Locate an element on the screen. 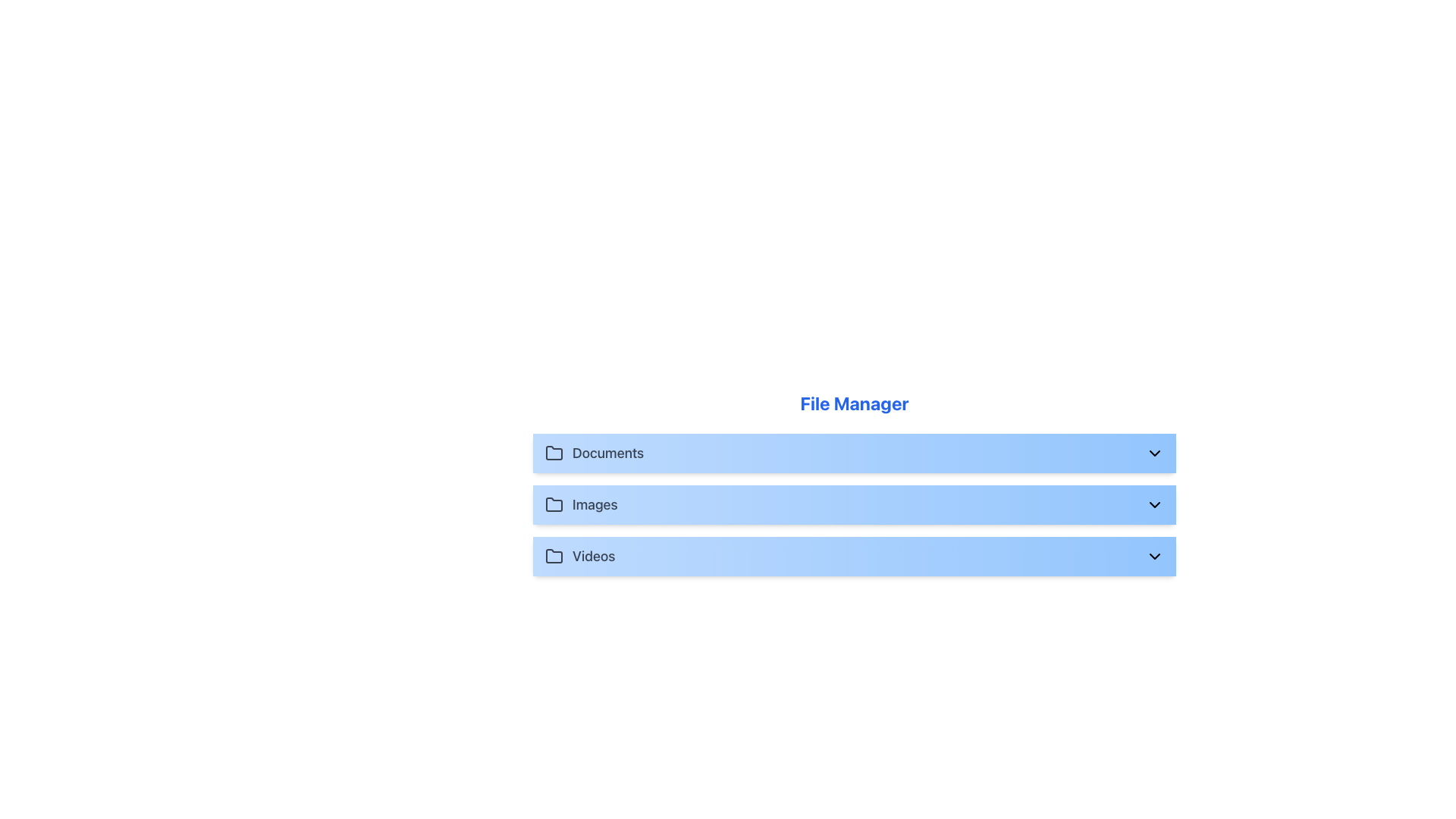  the 'Documents' folder icon in the file manager interface, which is the first icon in a vertical list of three, located to the left of the 'Documents' text label is located at coordinates (553, 452).